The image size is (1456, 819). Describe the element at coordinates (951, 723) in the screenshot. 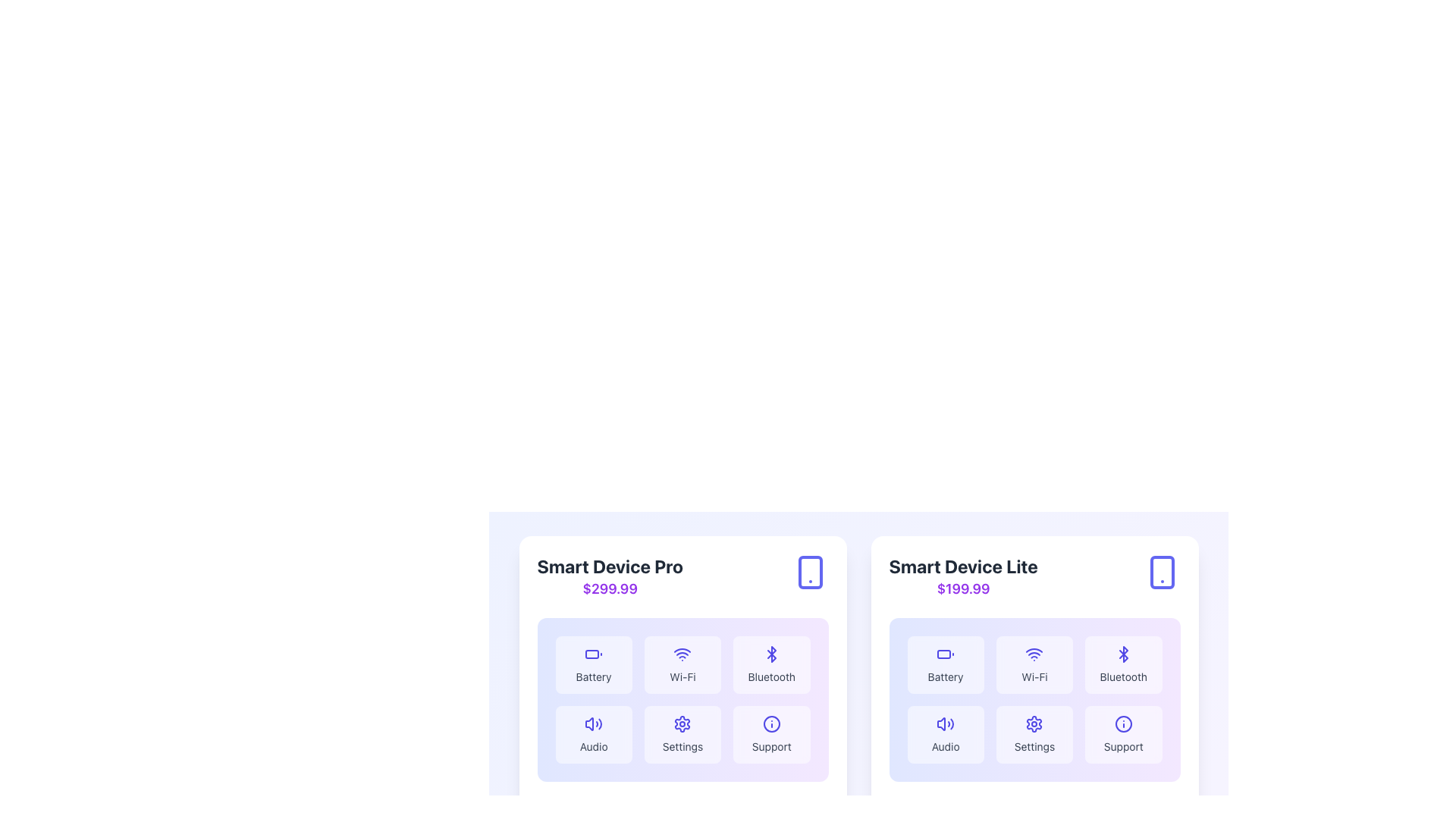

I see `the outermost curve of the sound-related icon in the upper-right corner of the 'Smart Device Lite' card` at that location.